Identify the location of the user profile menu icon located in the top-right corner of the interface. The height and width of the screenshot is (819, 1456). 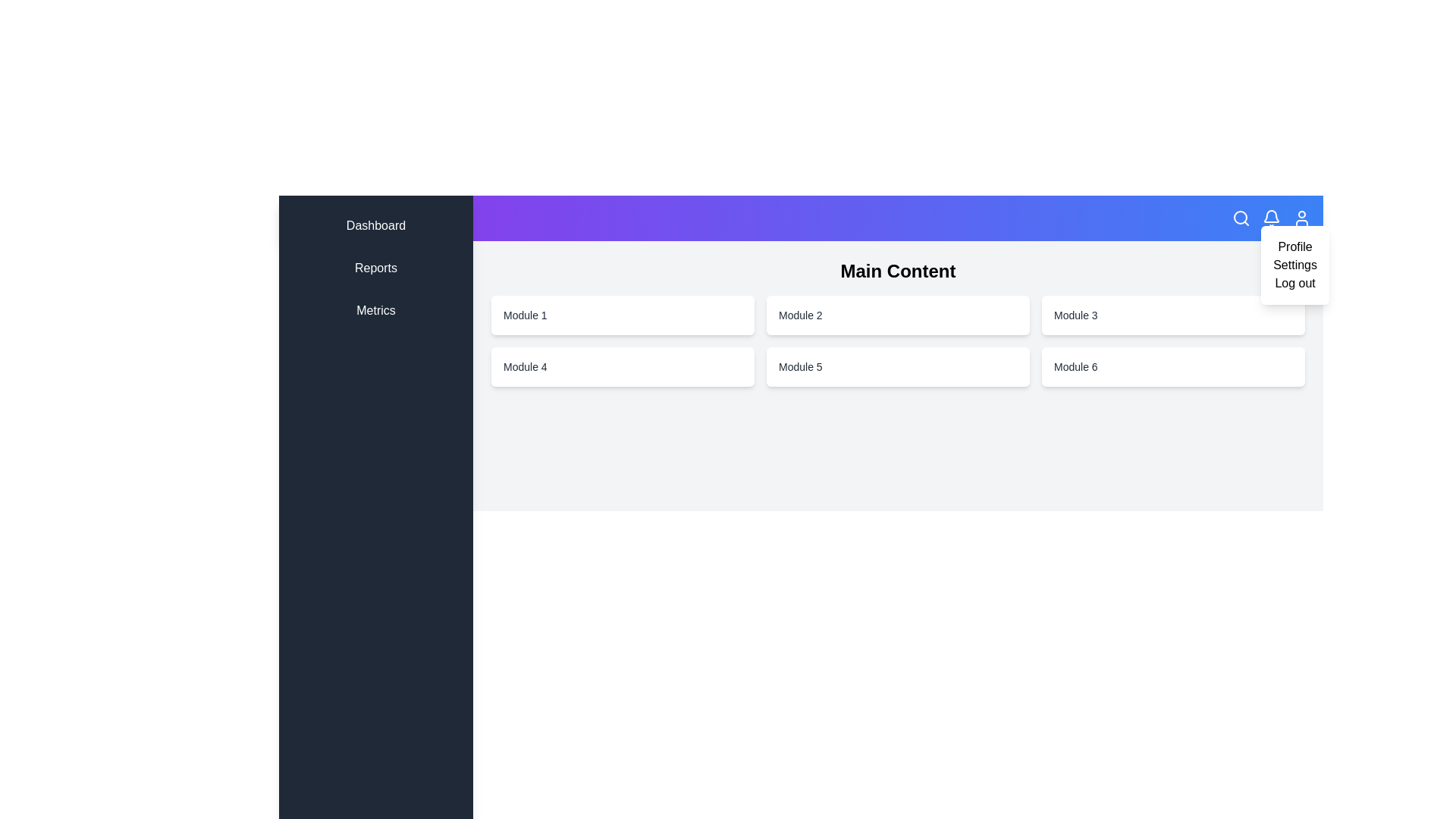
(1301, 218).